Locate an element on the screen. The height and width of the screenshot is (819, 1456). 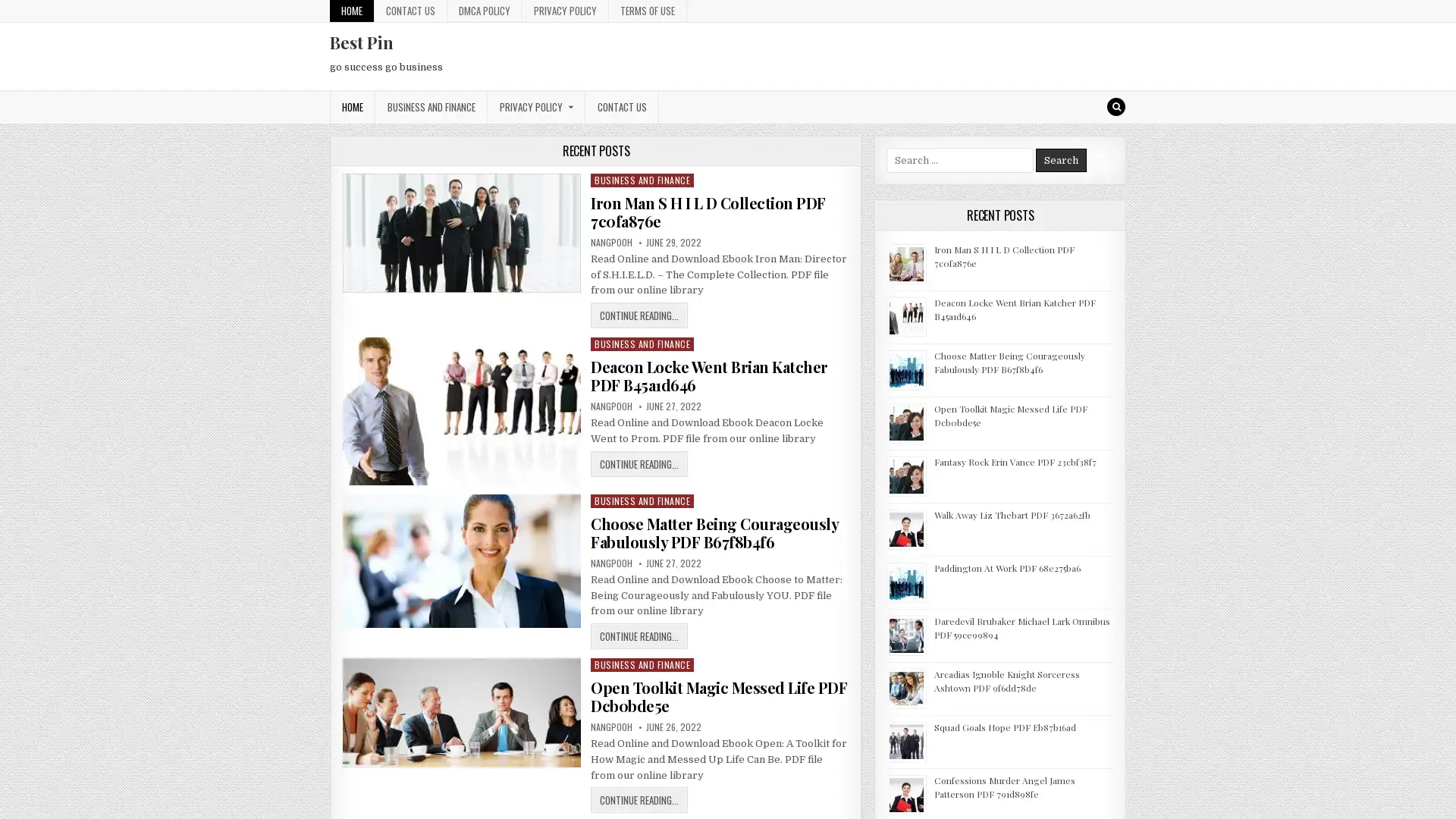
Search is located at coordinates (1060, 160).